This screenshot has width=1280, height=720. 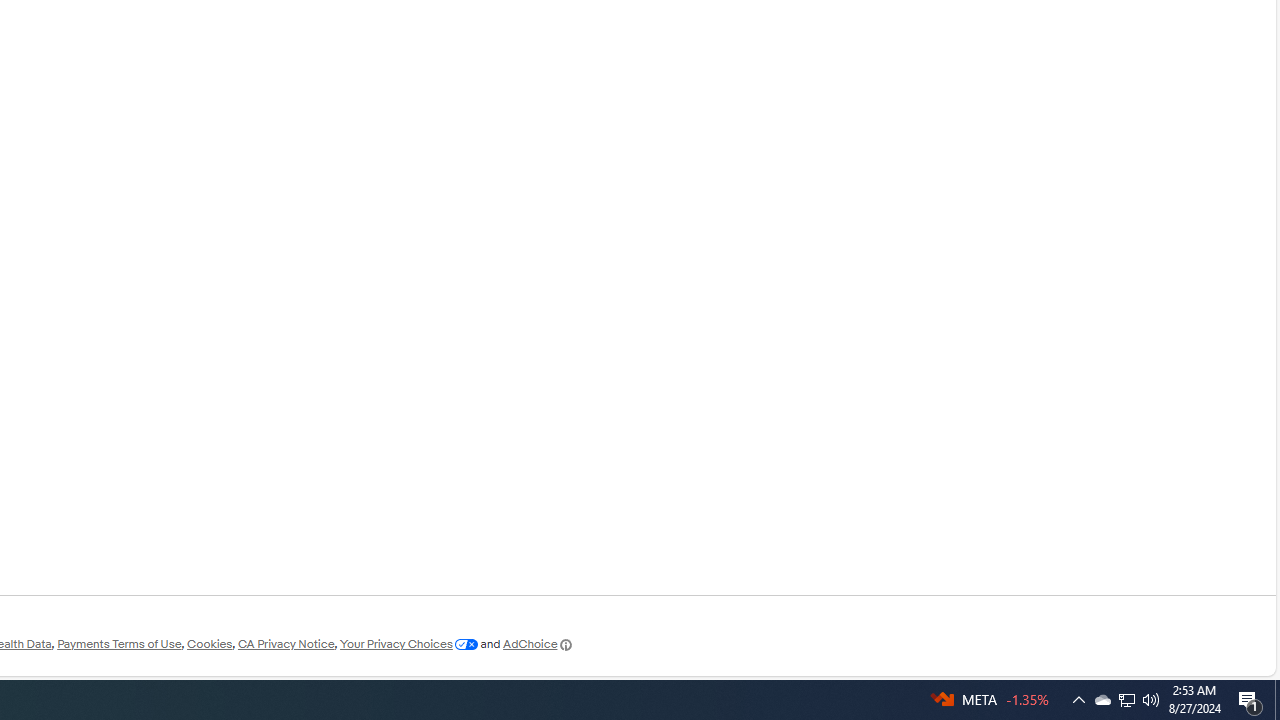 I want to click on 'Payments Terms of Use', so click(x=118, y=644).